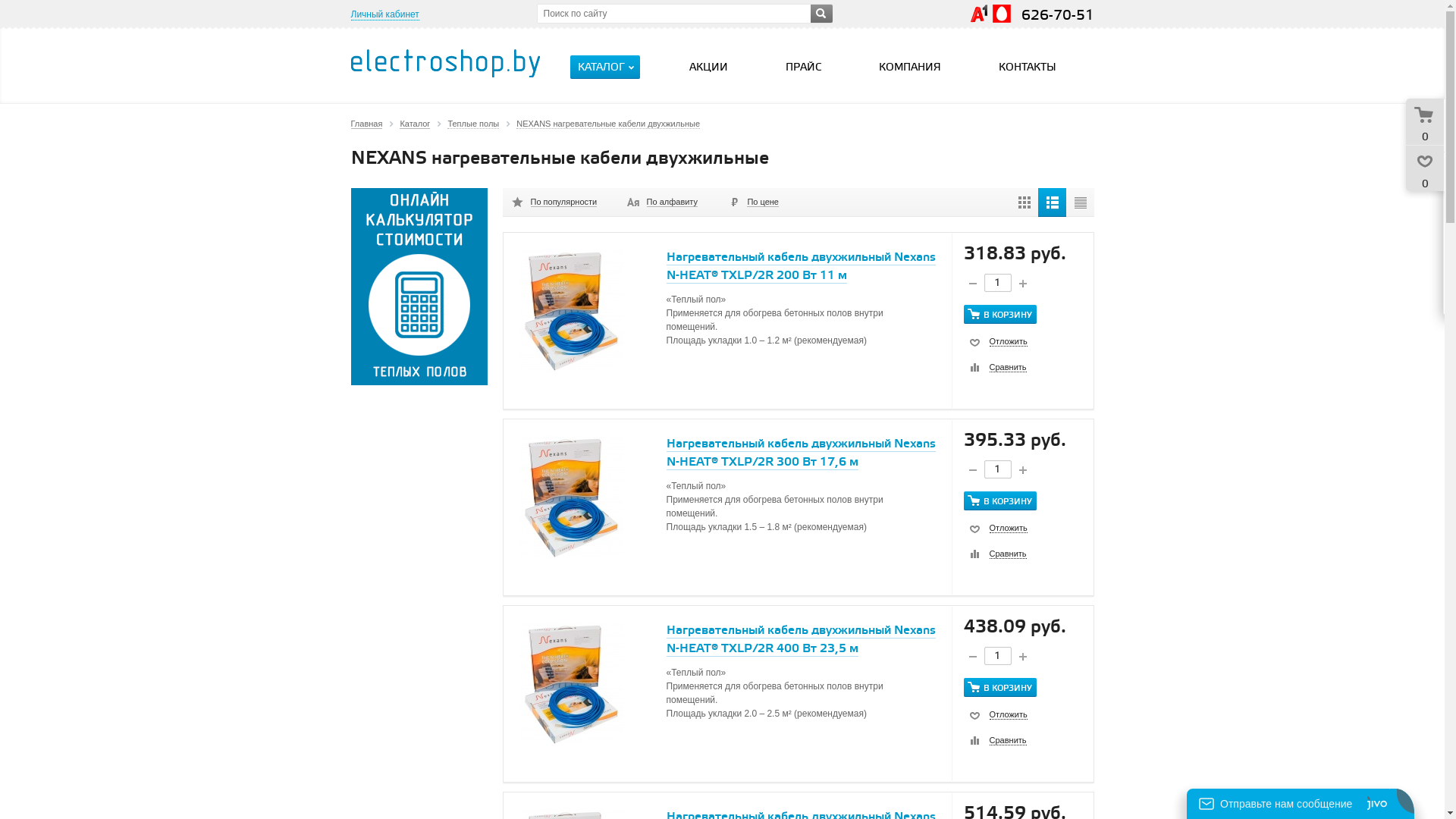  What do you see at coordinates (1056, 15) in the screenshot?
I see `'626-70-51'` at bounding box center [1056, 15].